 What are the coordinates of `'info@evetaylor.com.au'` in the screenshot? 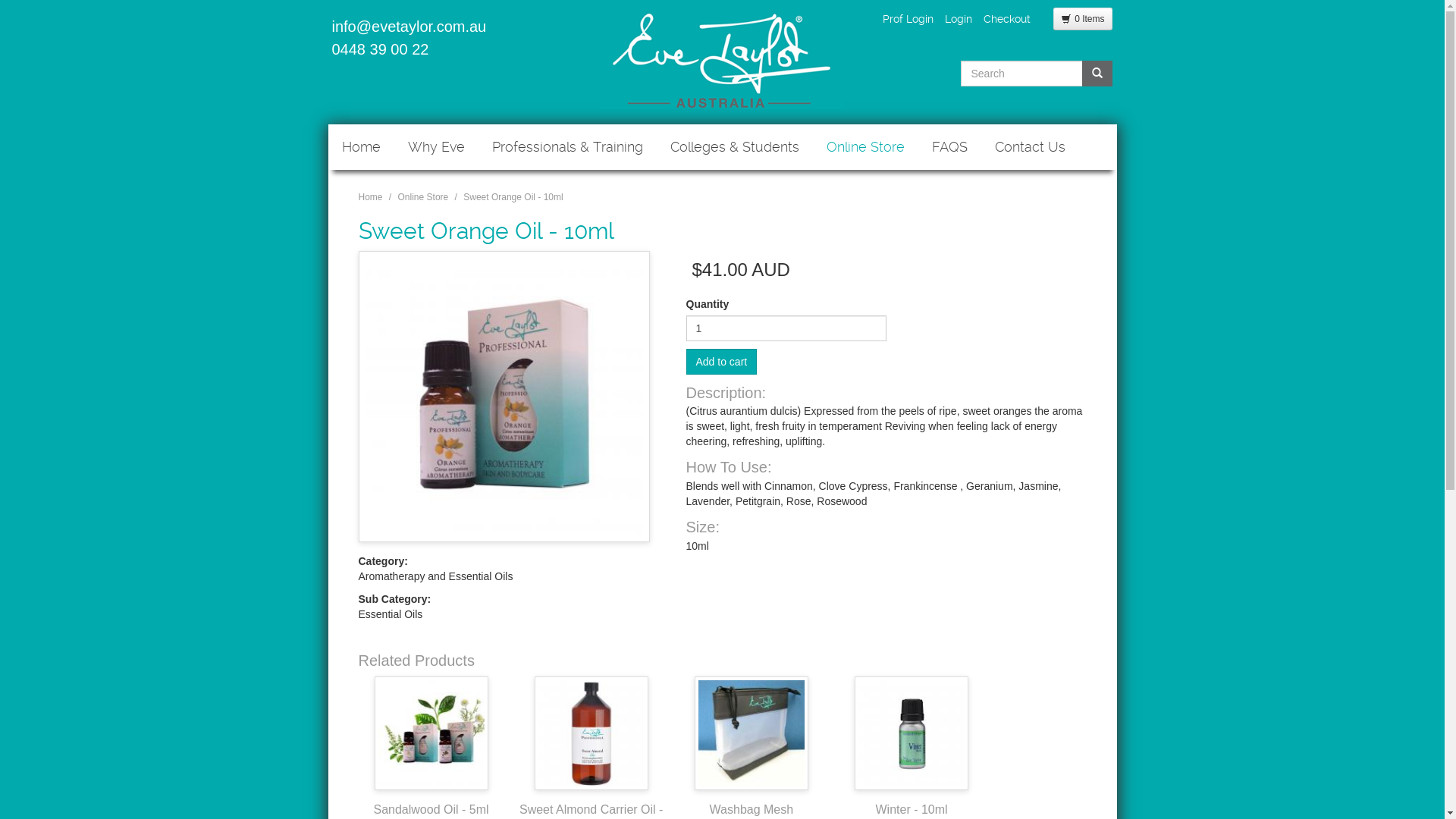 It's located at (409, 26).